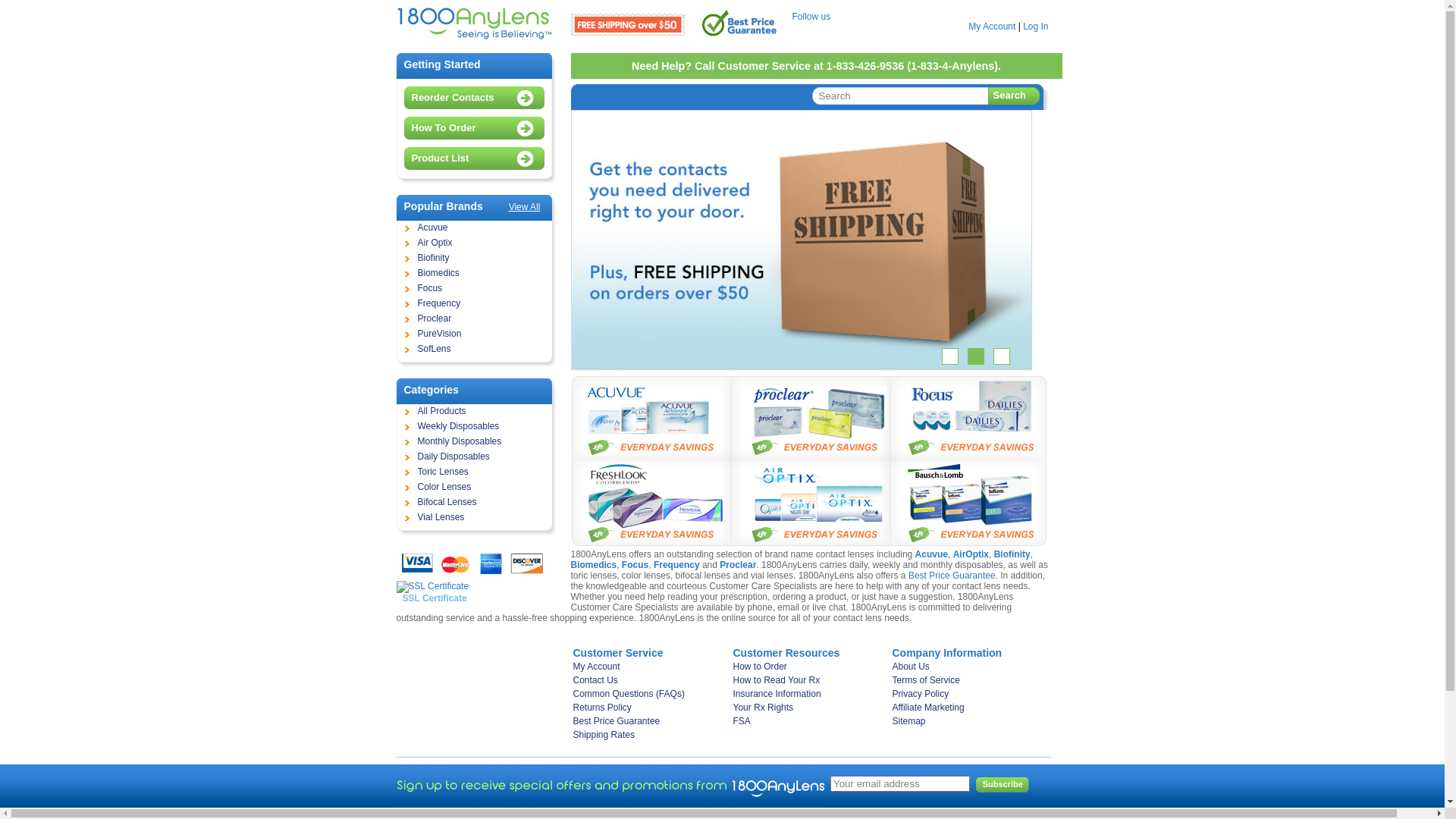  What do you see at coordinates (397, 333) in the screenshot?
I see `'PureVision'` at bounding box center [397, 333].